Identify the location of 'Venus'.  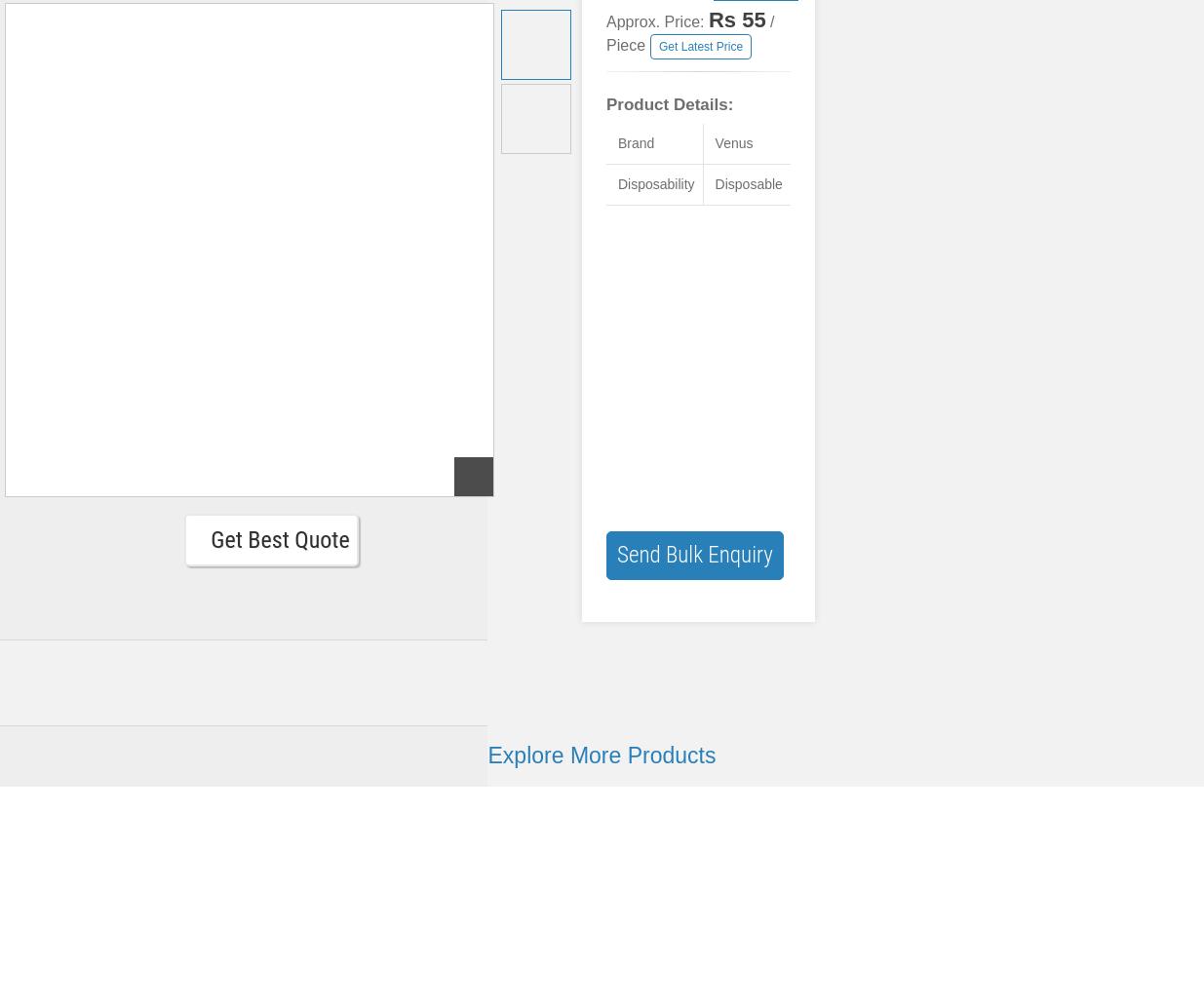
(714, 143).